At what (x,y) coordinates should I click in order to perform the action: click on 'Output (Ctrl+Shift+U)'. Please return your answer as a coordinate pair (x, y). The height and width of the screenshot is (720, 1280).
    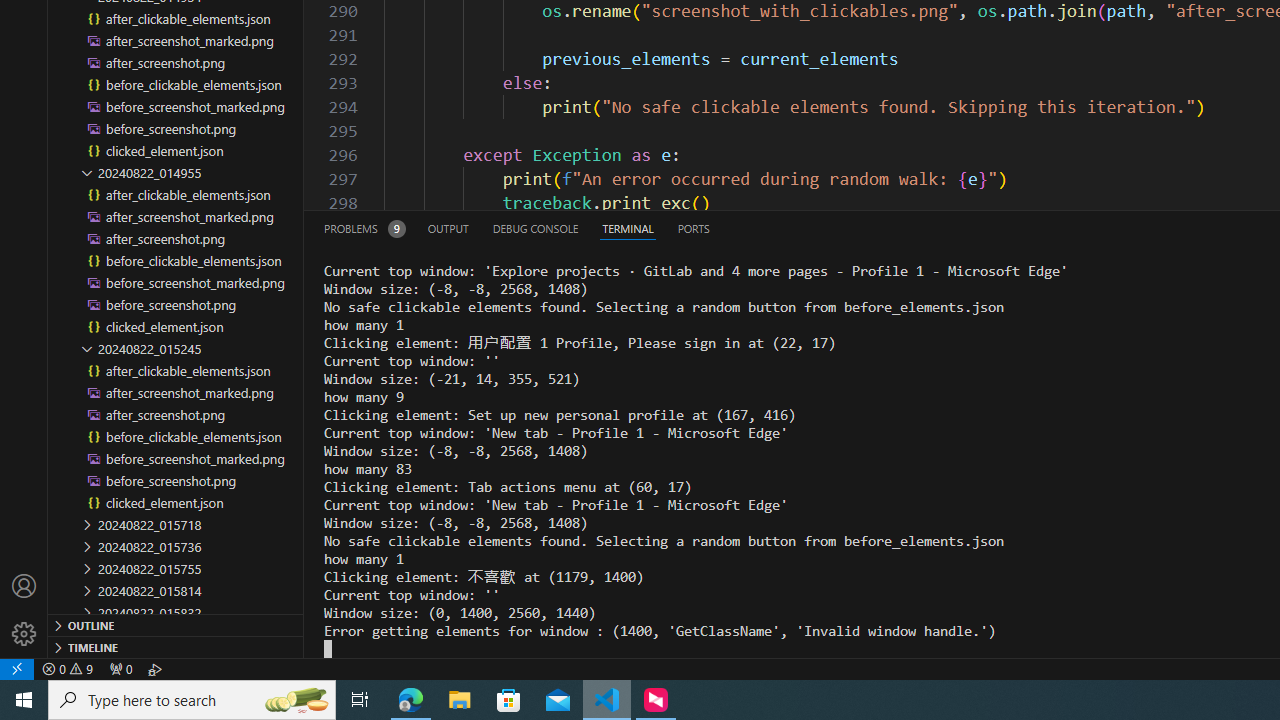
    Looking at the image, I should click on (447, 227).